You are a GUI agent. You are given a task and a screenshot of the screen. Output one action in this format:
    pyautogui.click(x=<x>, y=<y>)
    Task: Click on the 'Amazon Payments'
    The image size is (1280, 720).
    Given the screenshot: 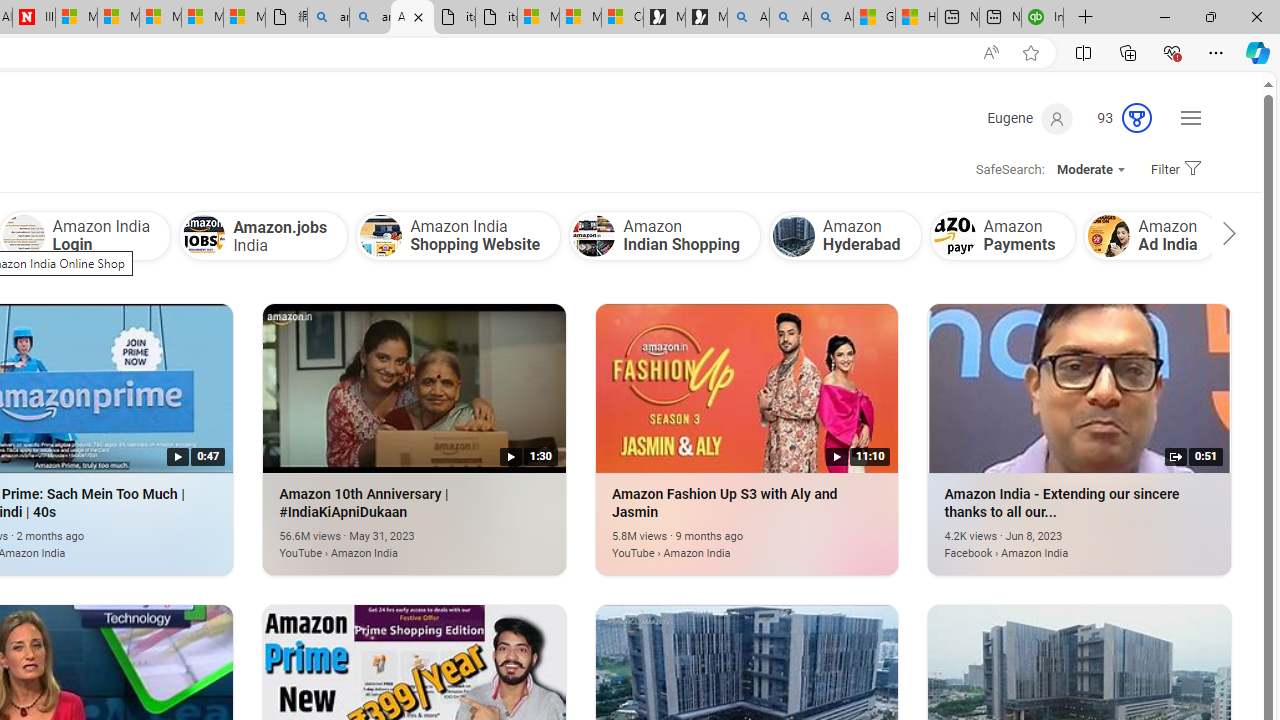 What is the action you would take?
    pyautogui.click(x=1003, y=234)
    